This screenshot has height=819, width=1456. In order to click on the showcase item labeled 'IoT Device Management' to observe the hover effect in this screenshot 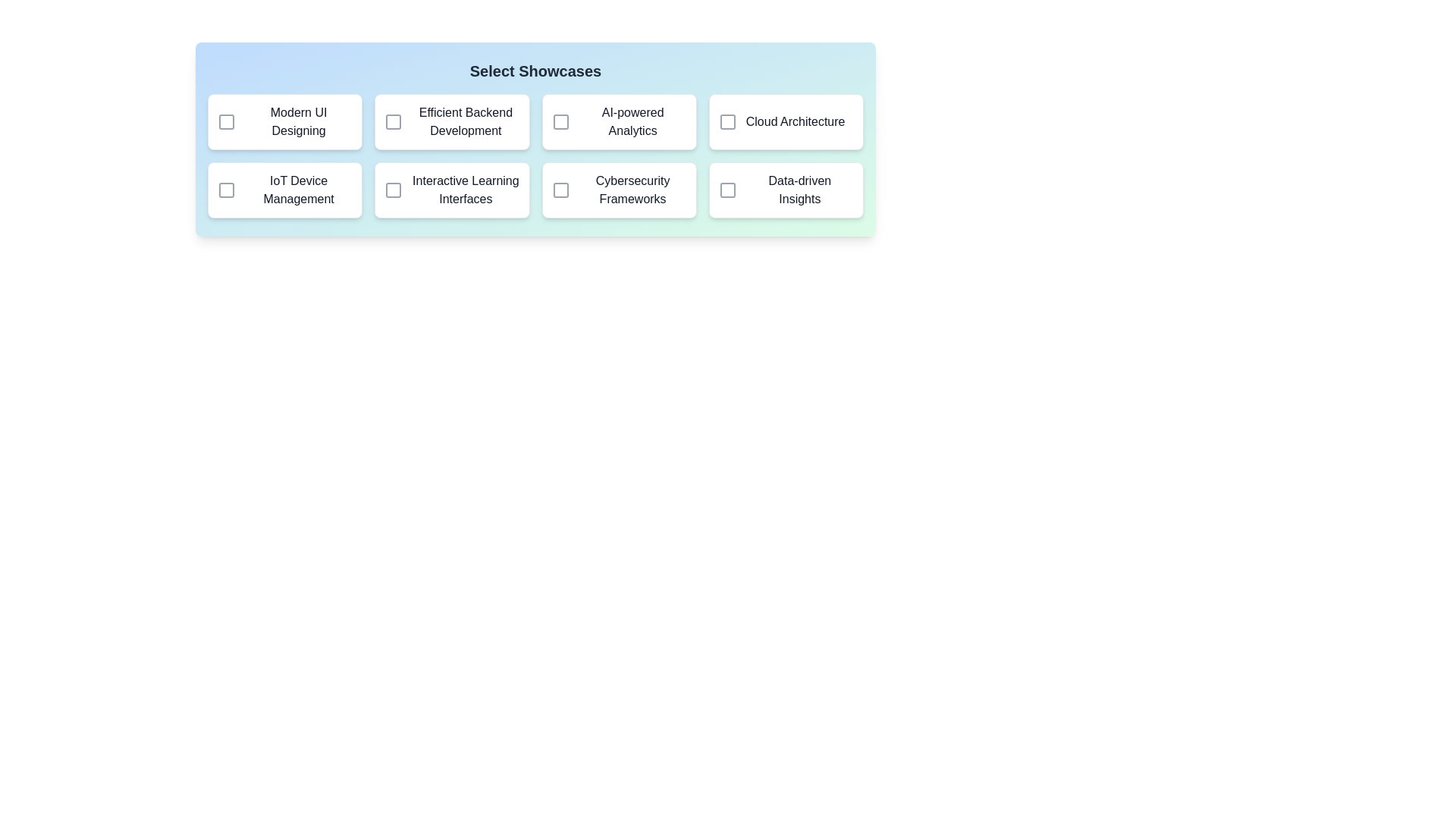, I will do `click(285, 189)`.